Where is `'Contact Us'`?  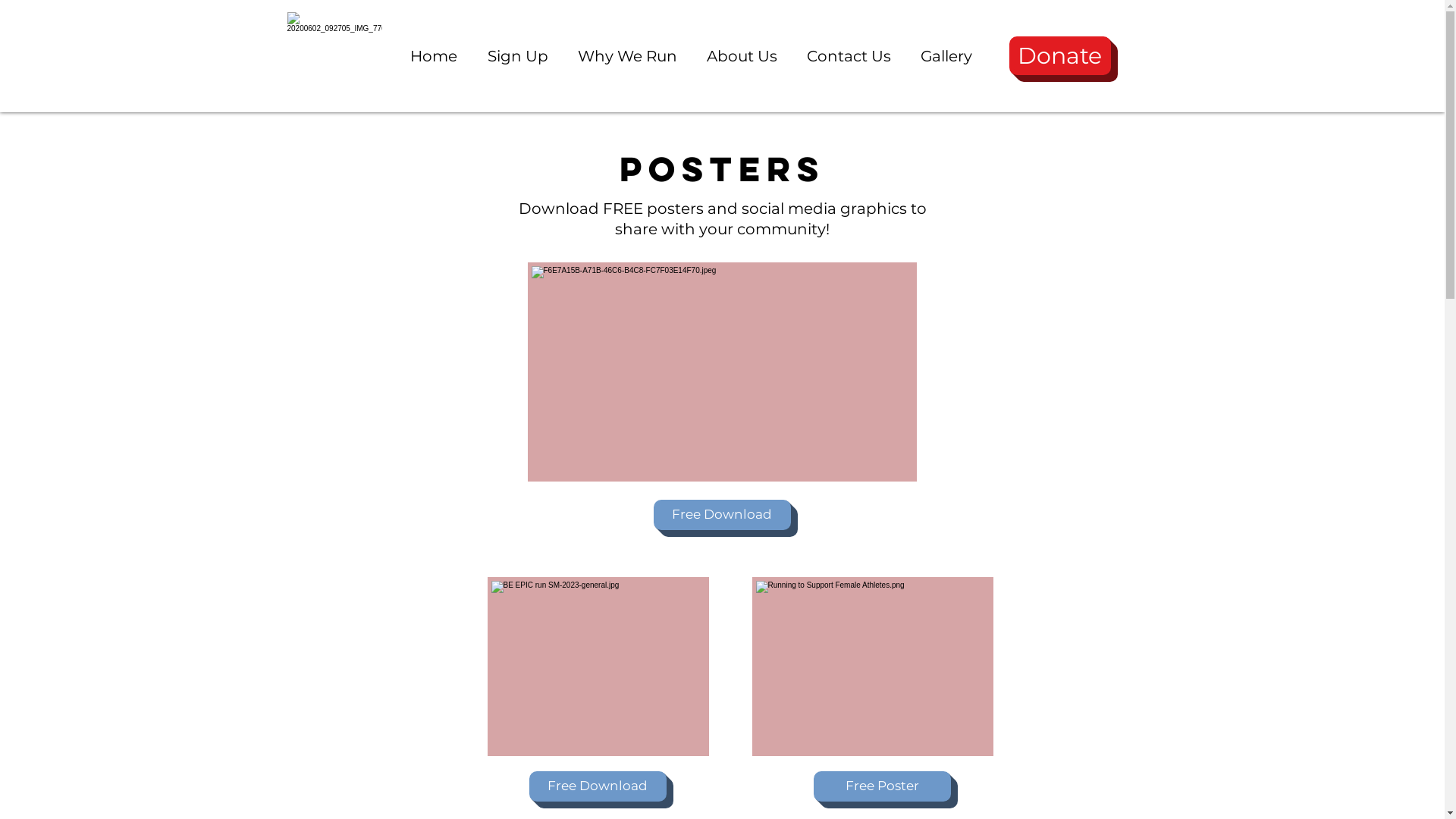
'Contact Us' is located at coordinates (852, 46).